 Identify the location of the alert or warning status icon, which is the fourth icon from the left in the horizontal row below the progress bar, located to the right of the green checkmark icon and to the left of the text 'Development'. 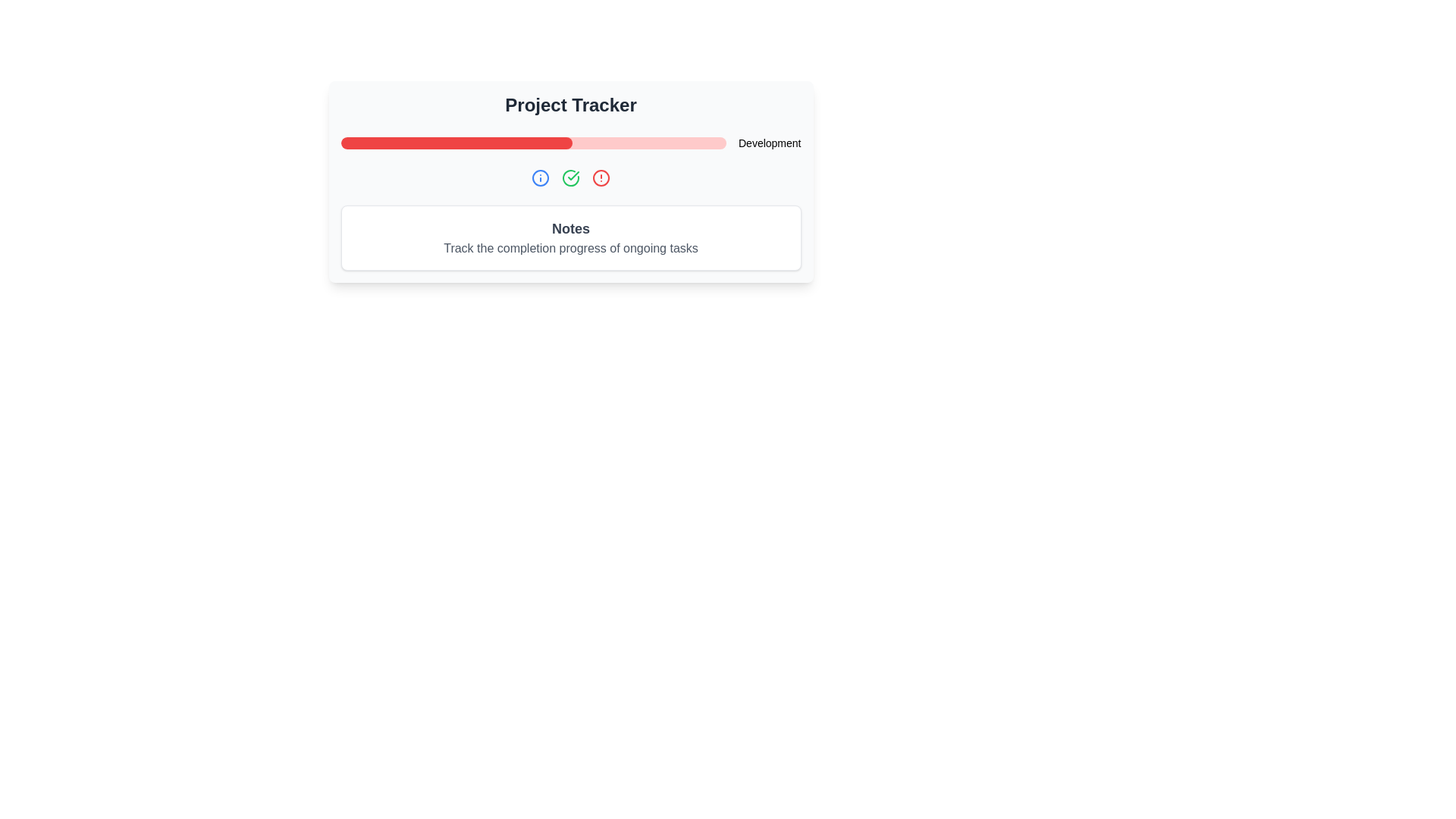
(600, 177).